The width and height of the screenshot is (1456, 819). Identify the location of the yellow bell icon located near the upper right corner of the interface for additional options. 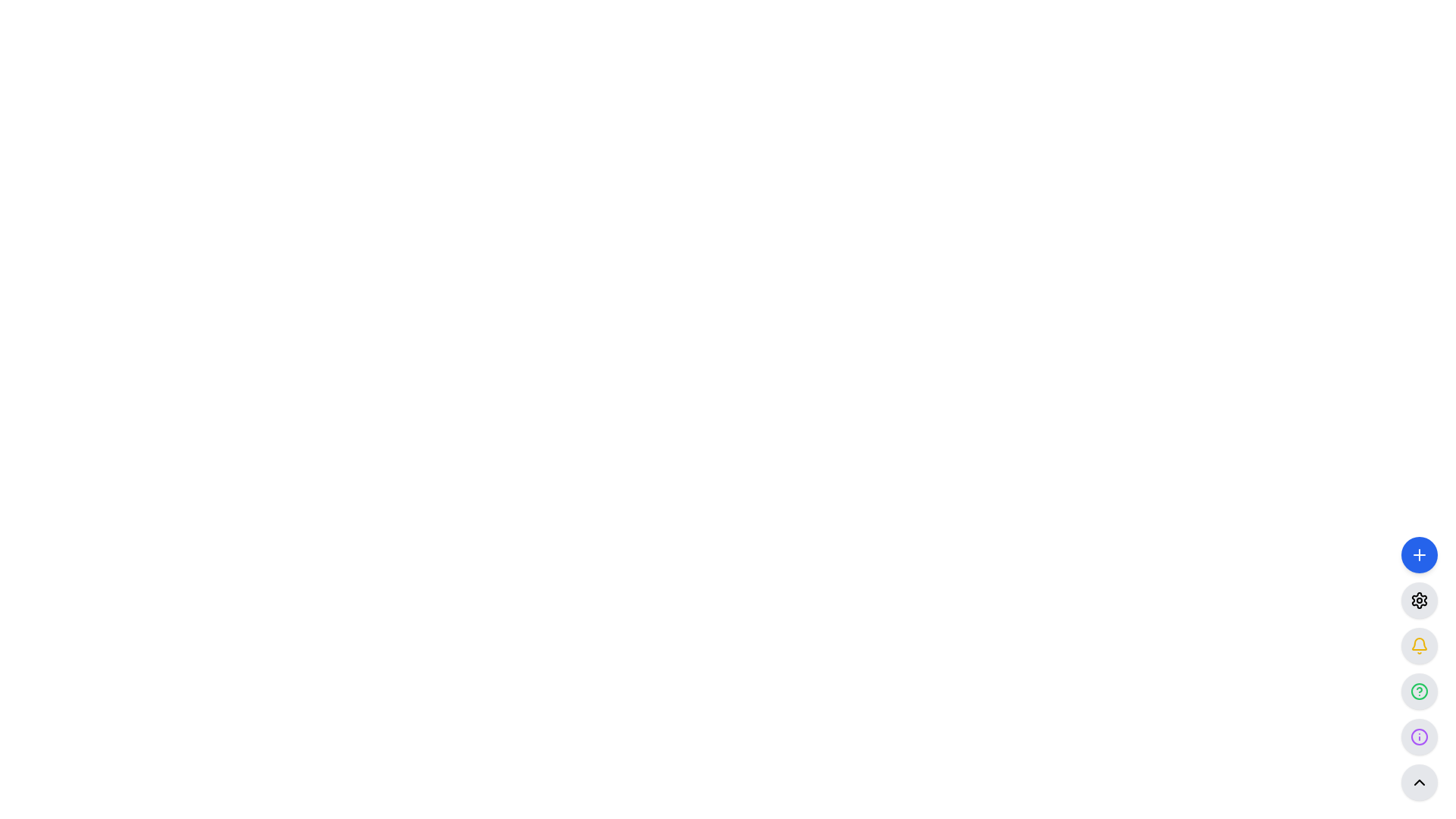
(1419, 644).